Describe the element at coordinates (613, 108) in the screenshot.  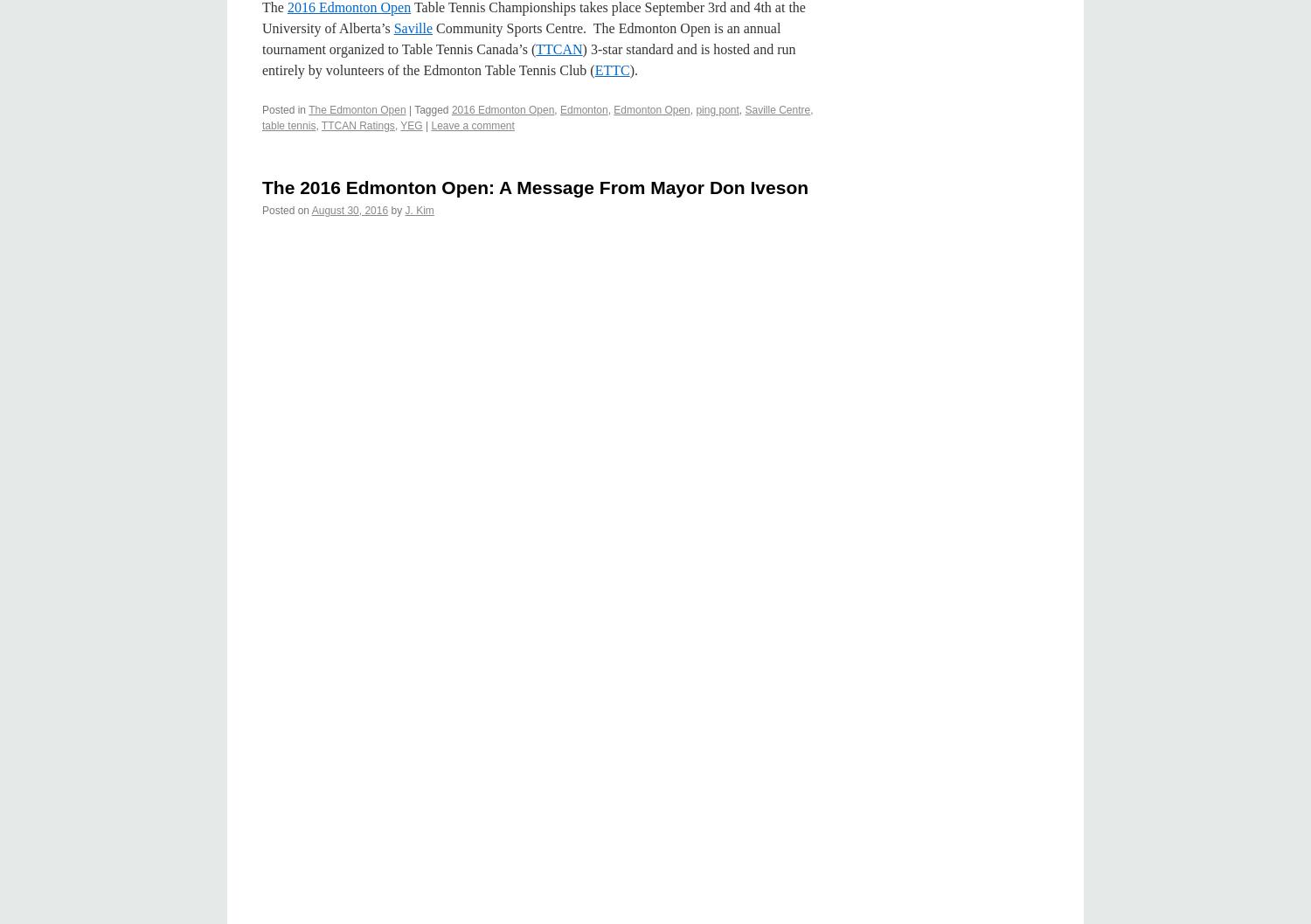
I see `'Edmonton Open'` at that location.